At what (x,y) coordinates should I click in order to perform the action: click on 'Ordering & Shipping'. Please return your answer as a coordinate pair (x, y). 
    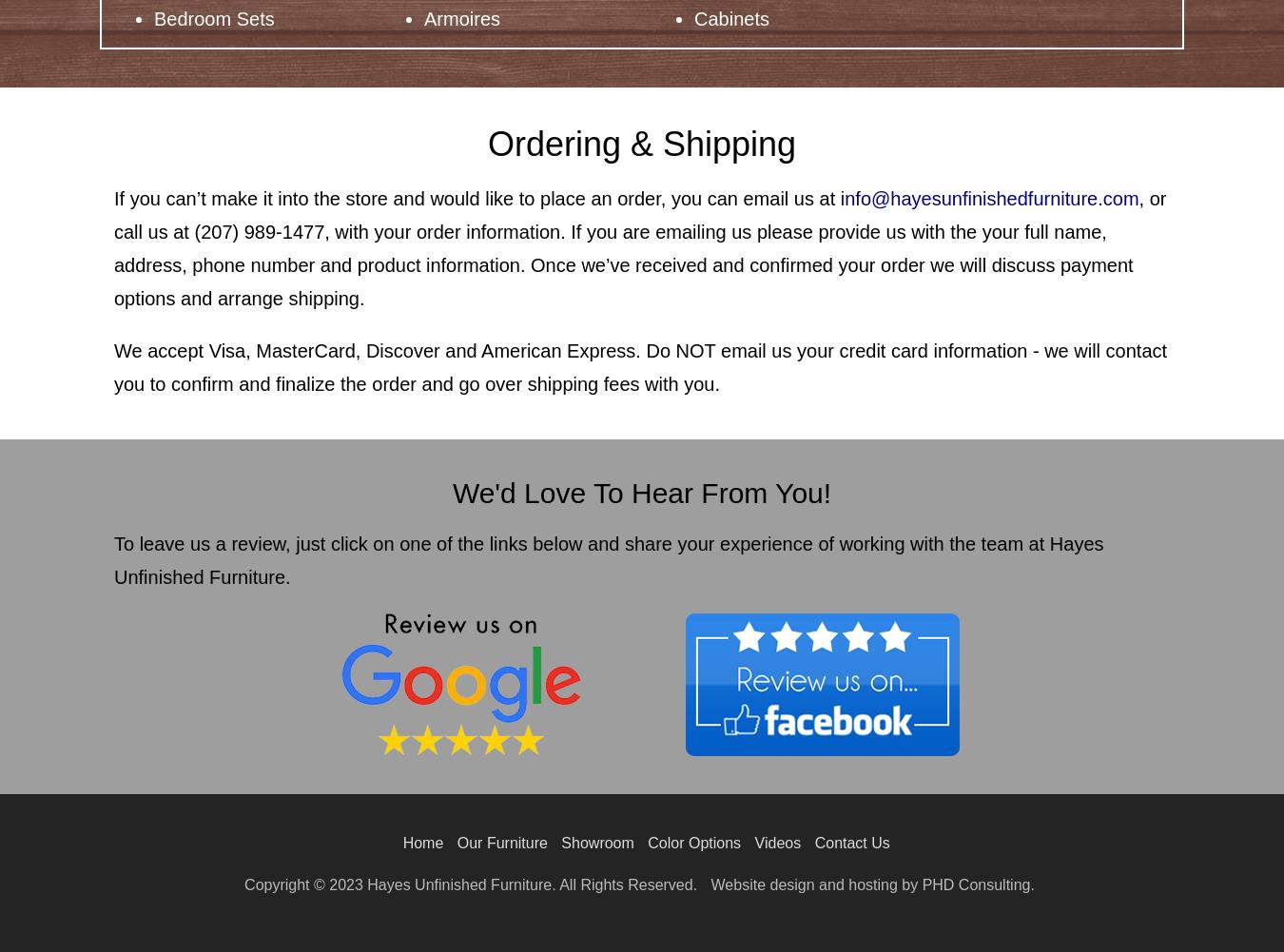
    Looking at the image, I should click on (486, 144).